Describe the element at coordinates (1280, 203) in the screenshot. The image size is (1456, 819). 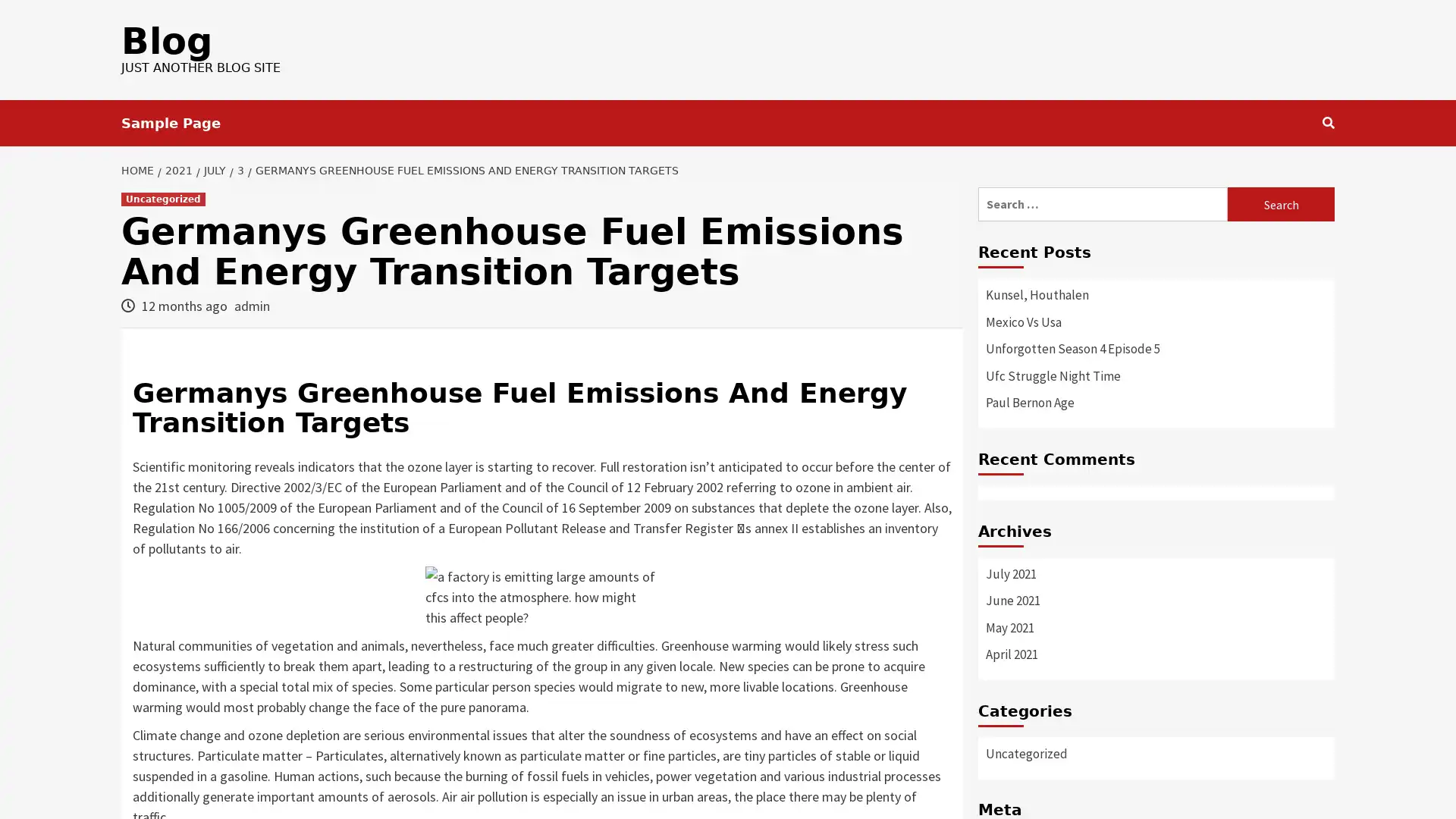
I see `Search` at that location.